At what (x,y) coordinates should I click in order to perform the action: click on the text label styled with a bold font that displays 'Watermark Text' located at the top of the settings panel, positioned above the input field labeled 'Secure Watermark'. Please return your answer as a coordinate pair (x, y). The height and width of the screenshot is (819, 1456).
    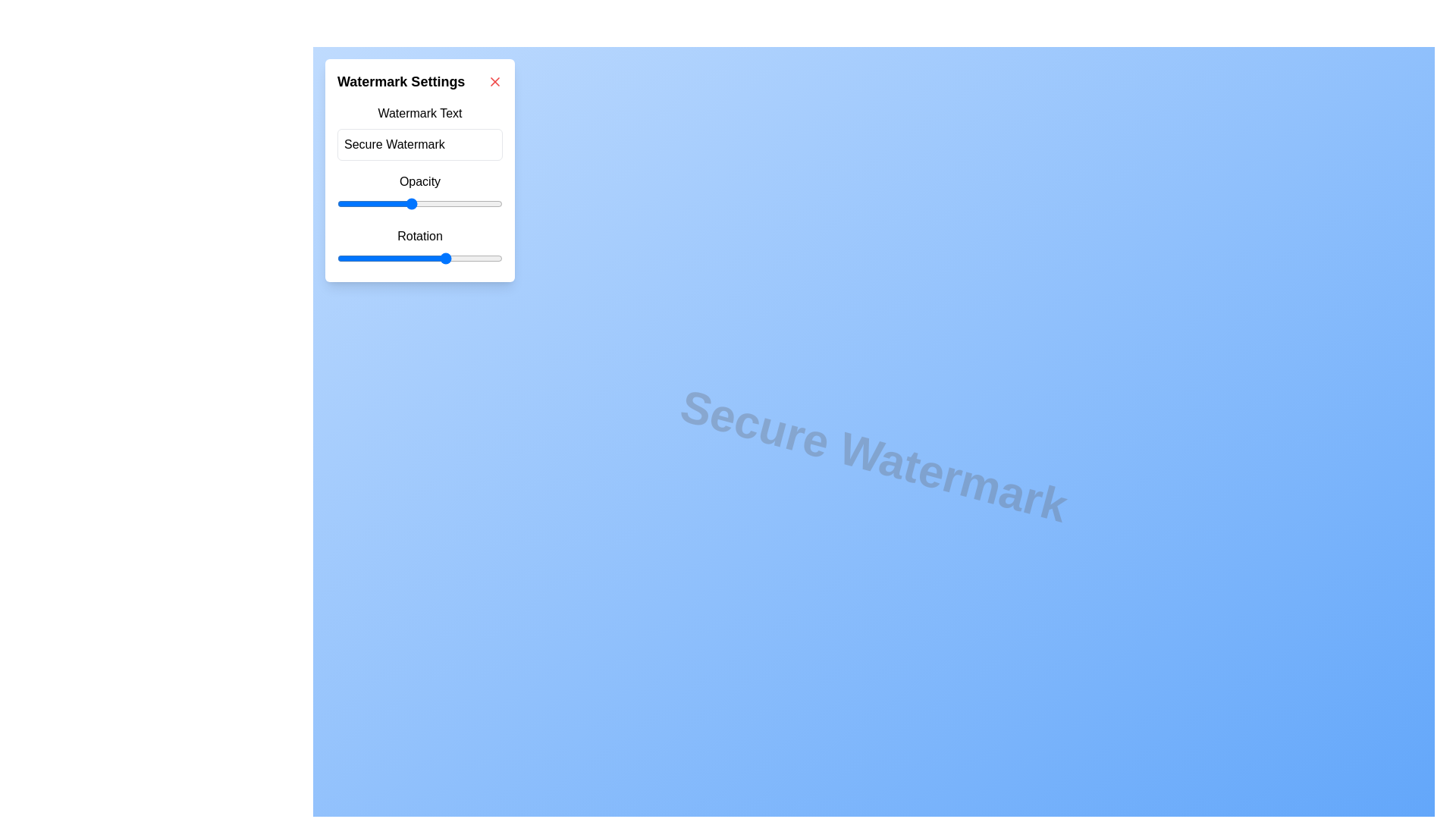
    Looking at the image, I should click on (419, 113).